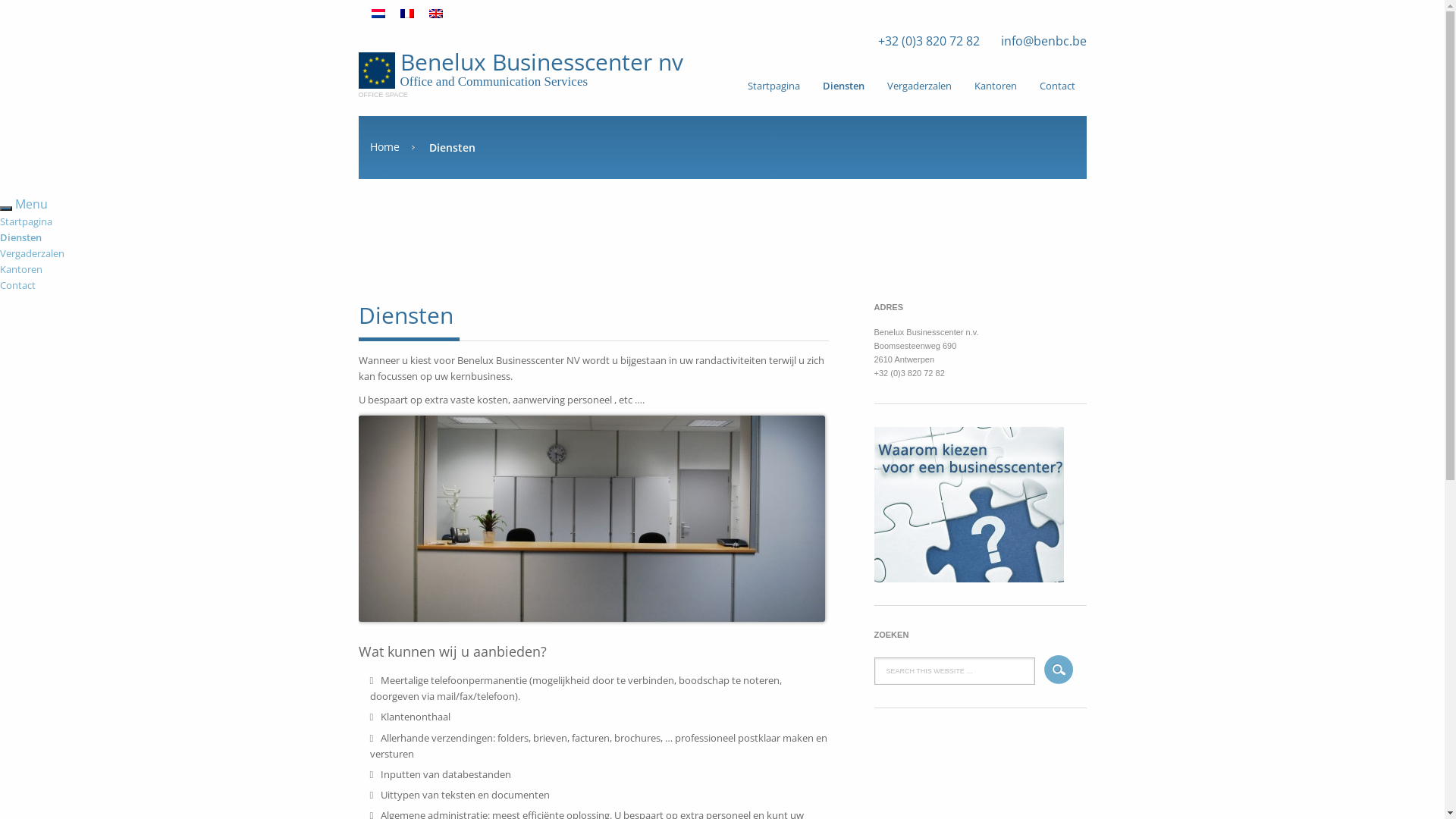 The height and width of the screenshot is (819, 1456). What do you see at coordinates (392, 146) in the screenshot?
I see `'Home'` at bounding box center [392, 146].